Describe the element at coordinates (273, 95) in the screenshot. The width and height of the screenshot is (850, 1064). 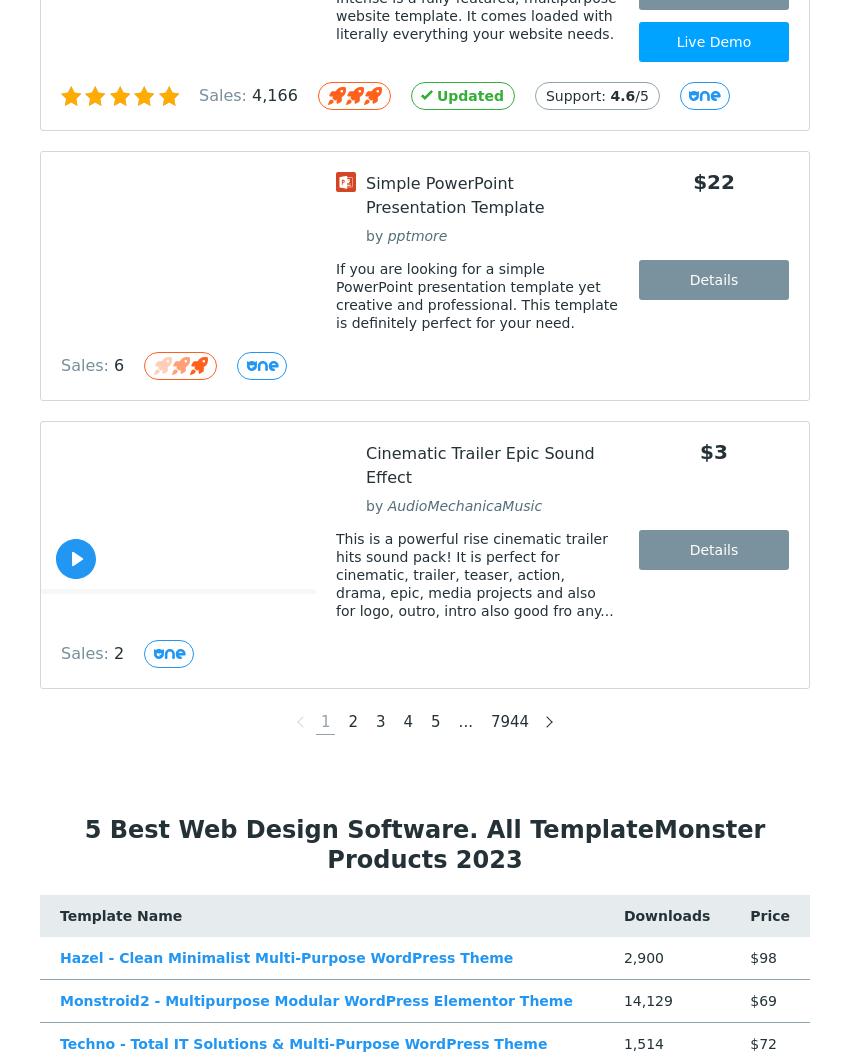
I see `'4,166'` at that location.